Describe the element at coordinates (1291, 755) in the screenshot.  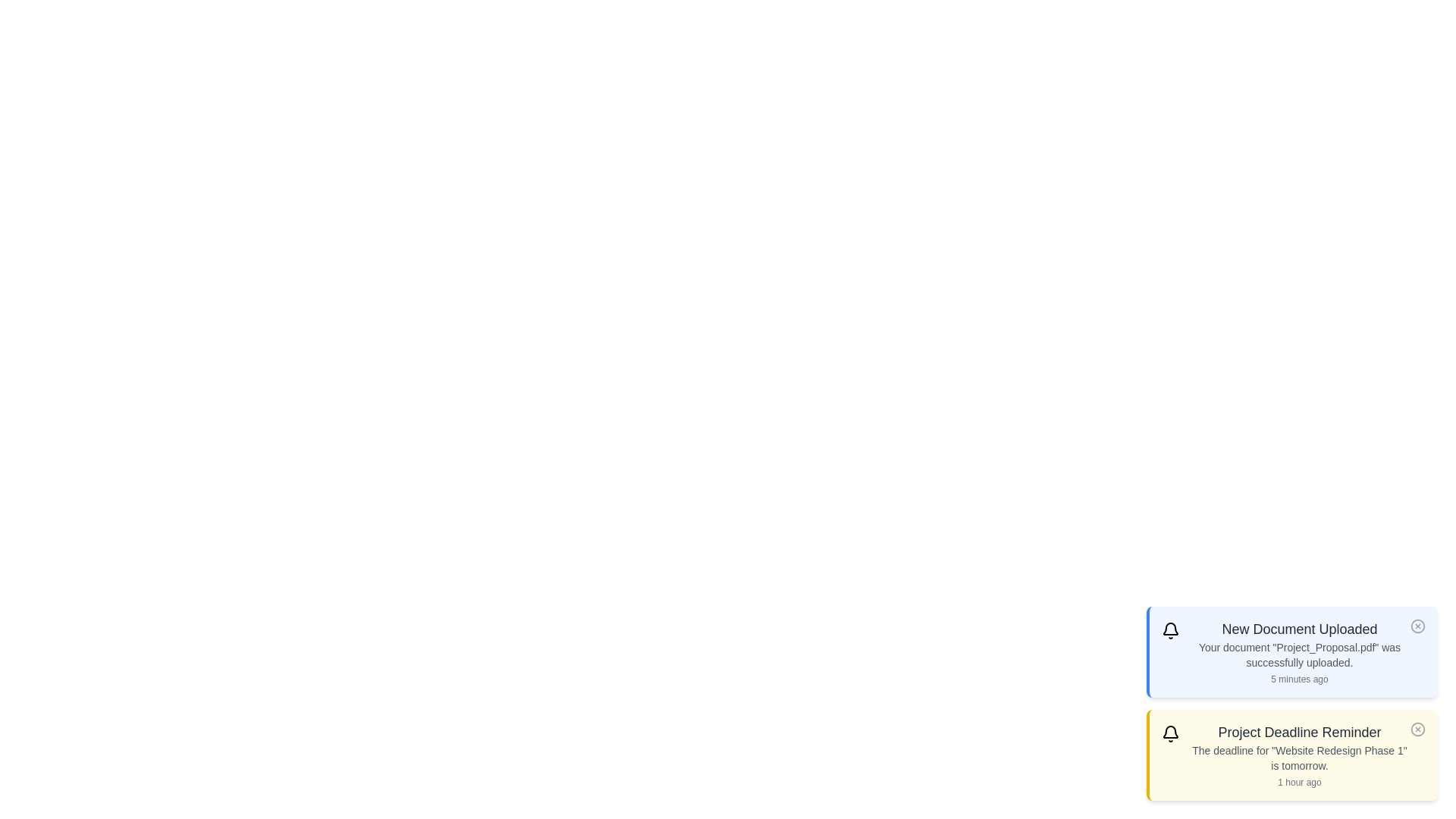
I see `the alert titled 'Project Deadline Reminder' to observe its hover effect` at that location.